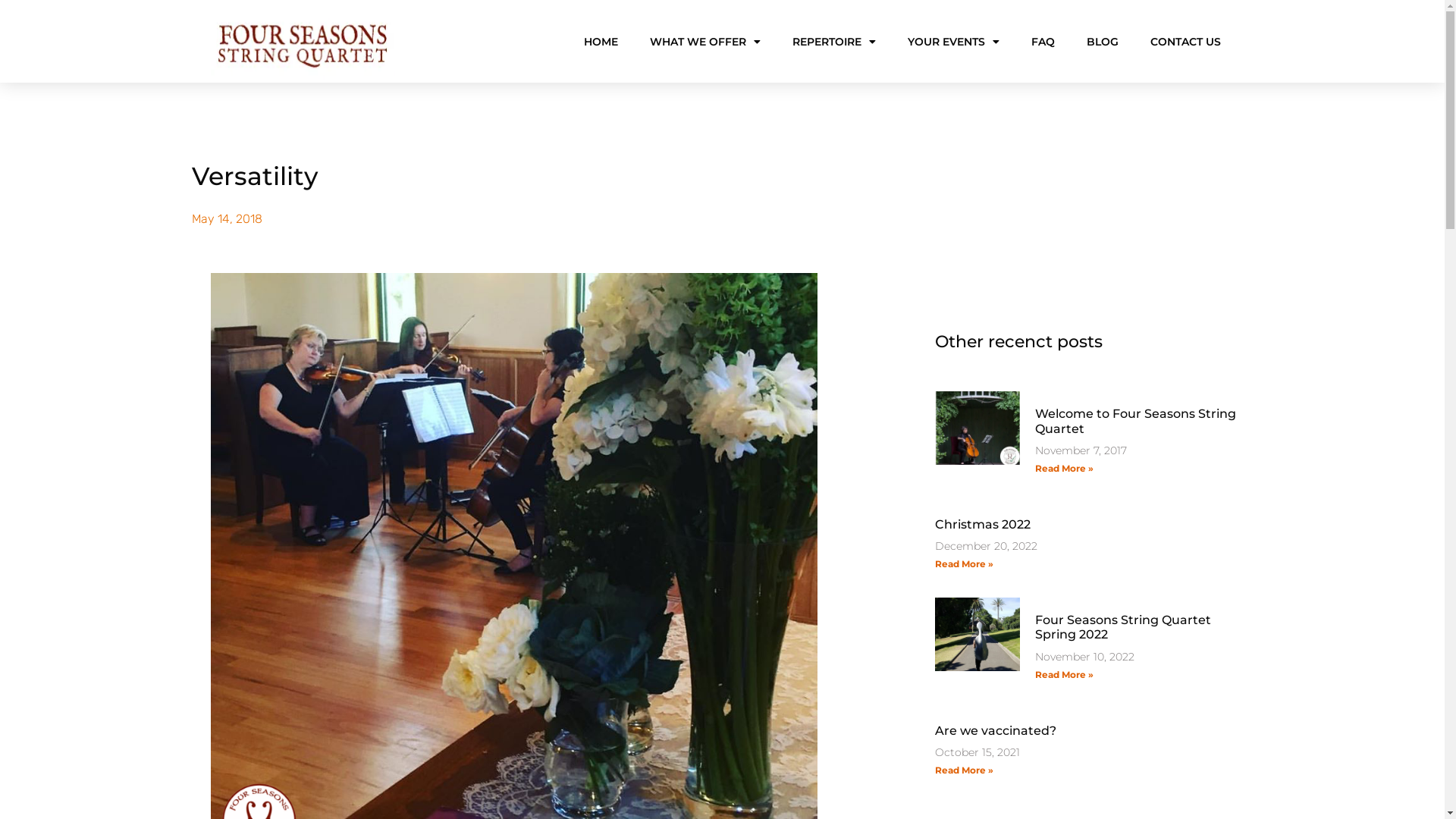  Describe the element at coordinates (952, 40) in the screenshot. I see `'YOUR EVENTS'` at that location.